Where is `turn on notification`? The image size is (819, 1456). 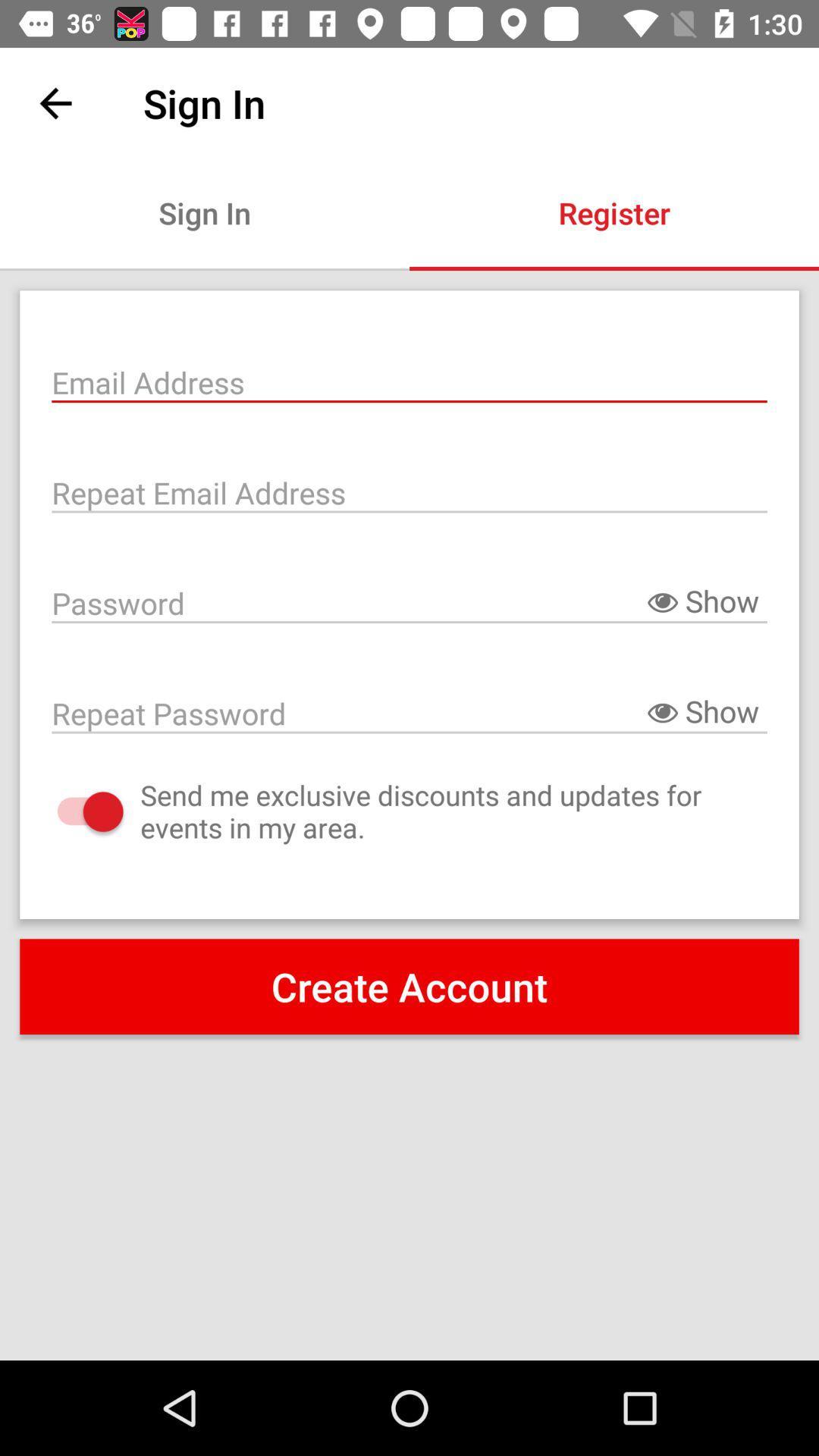
turn on notification is located at coordinates (75, 811).